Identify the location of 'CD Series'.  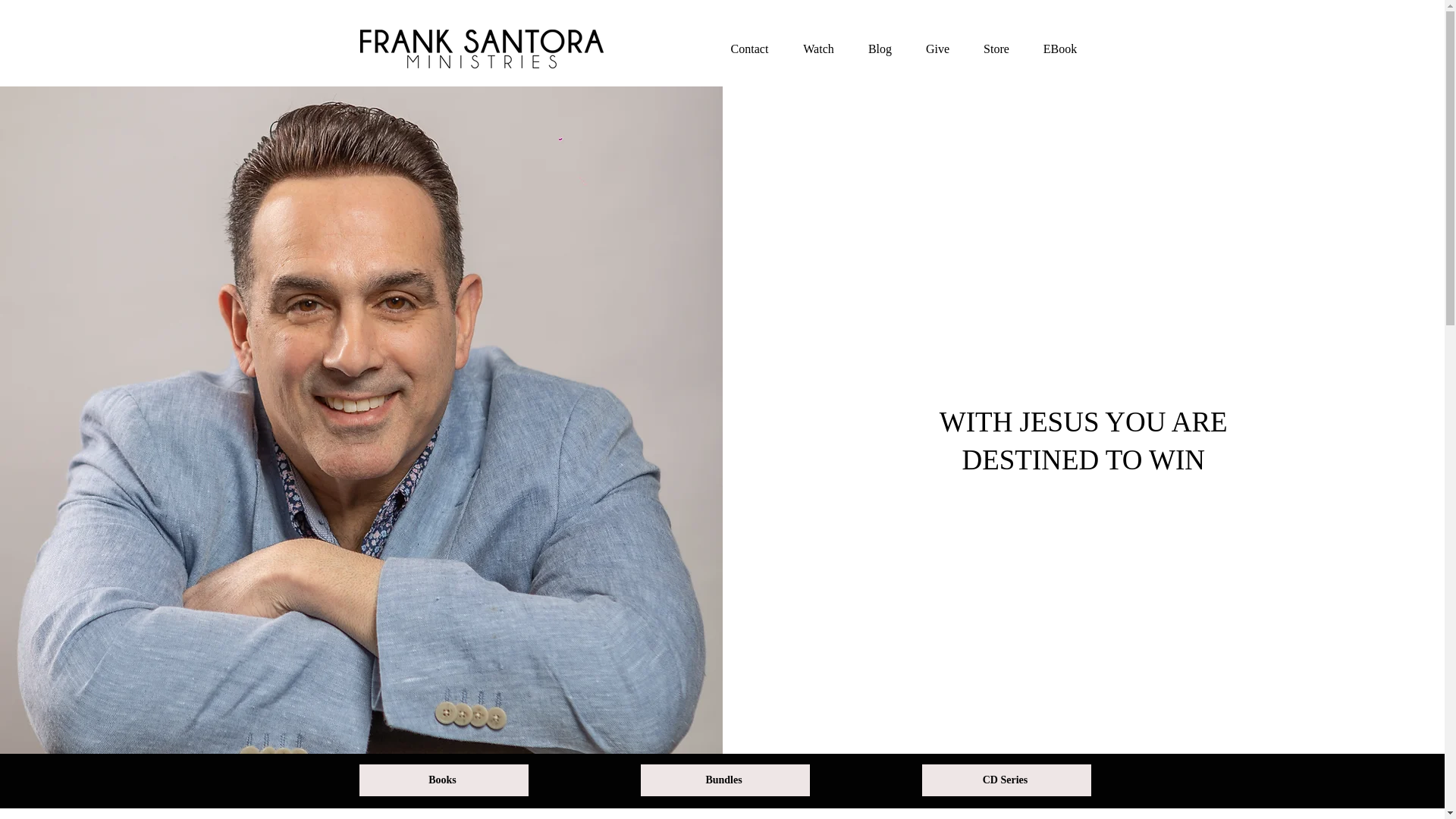
(1006, 780).